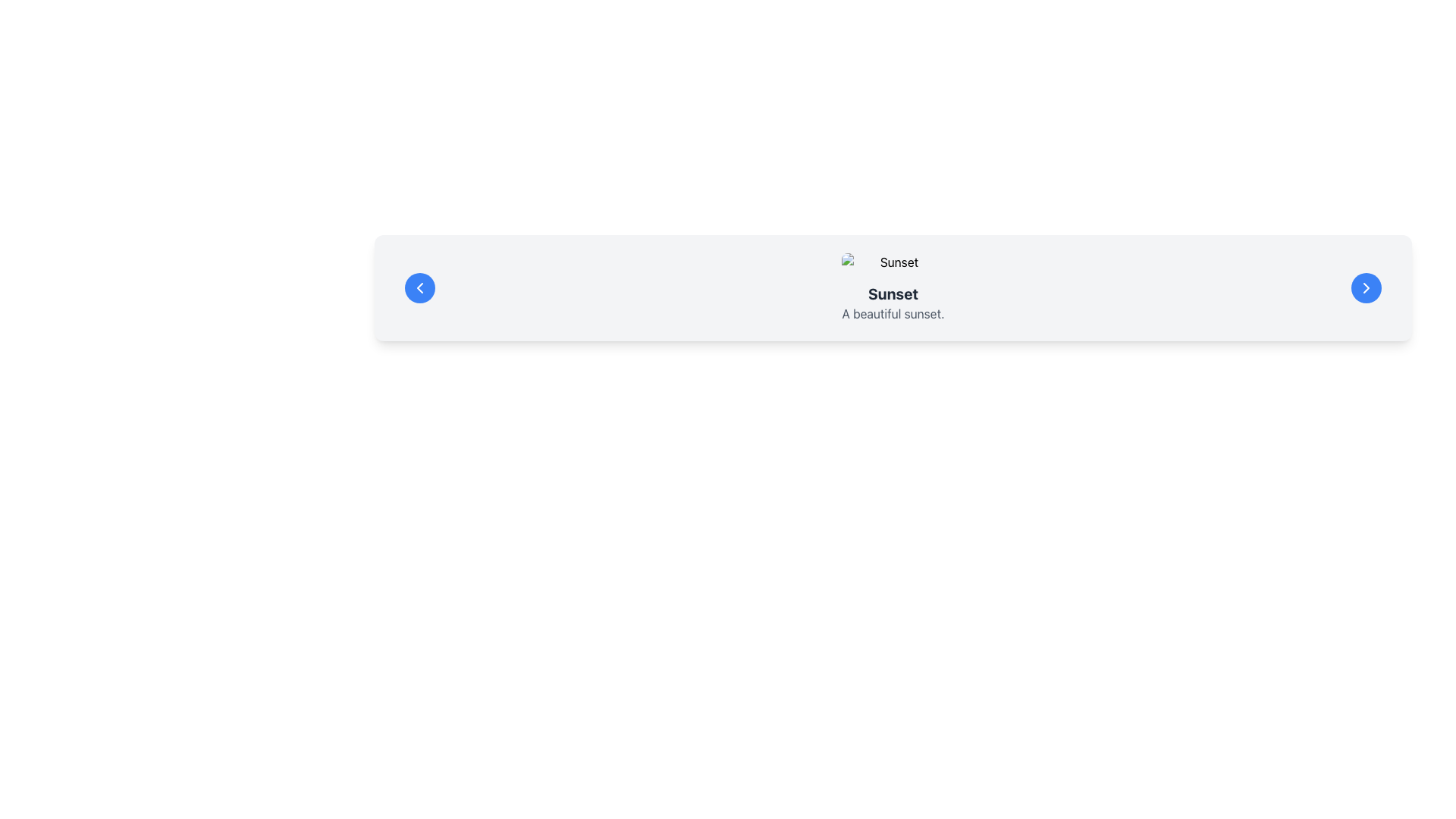 The height and width of the screenshot is (819, 1456). What do you see at coordinates (1366, 288) in the screenshot?
I see `the small rightward-facing chevron icon located within the blue circular button in the top-right corner of the content box` at bounding box center [1366, 288].